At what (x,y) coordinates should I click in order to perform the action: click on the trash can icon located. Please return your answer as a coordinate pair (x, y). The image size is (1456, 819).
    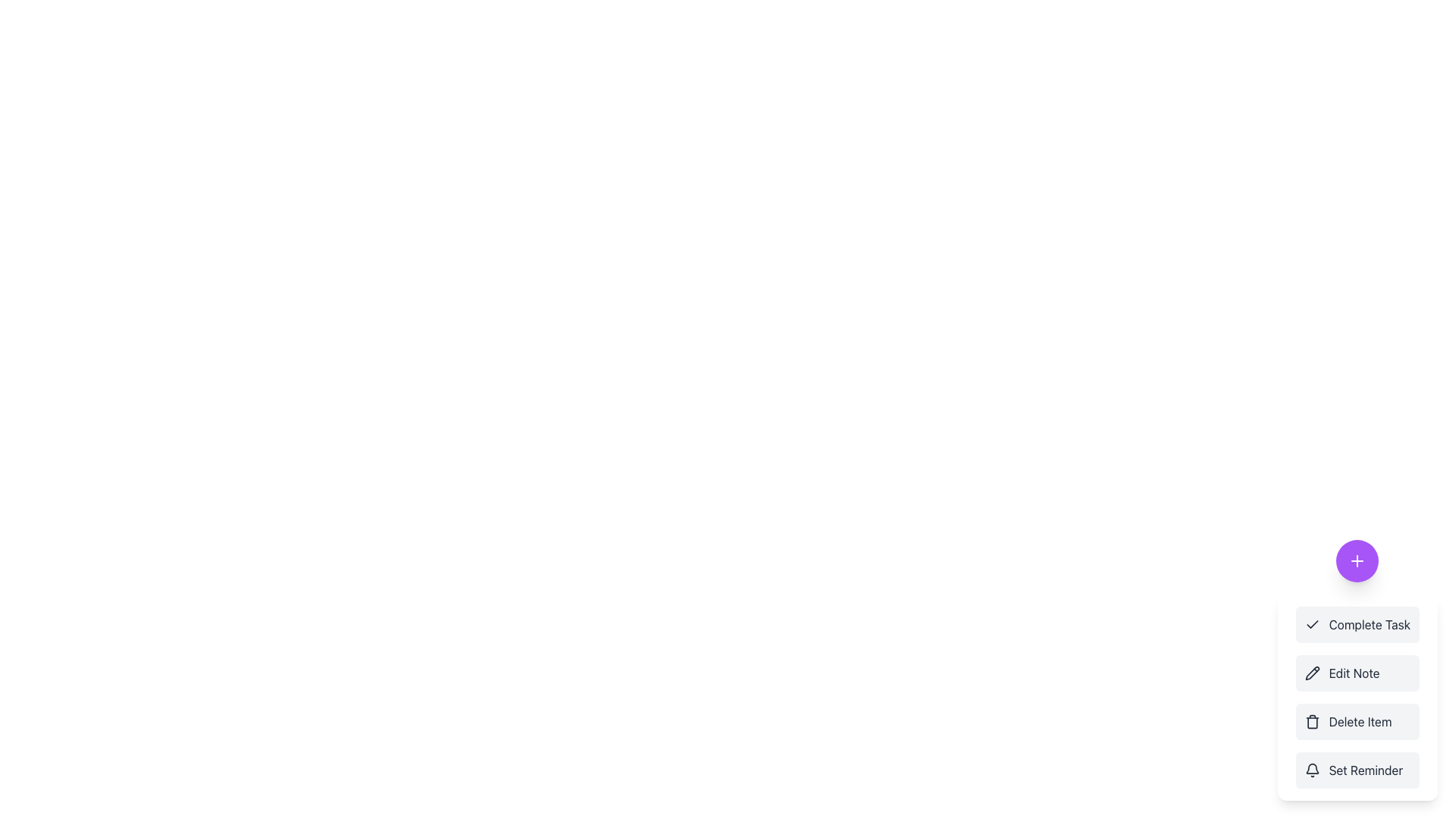
    Looking at the image, I should click on (1311, 721).